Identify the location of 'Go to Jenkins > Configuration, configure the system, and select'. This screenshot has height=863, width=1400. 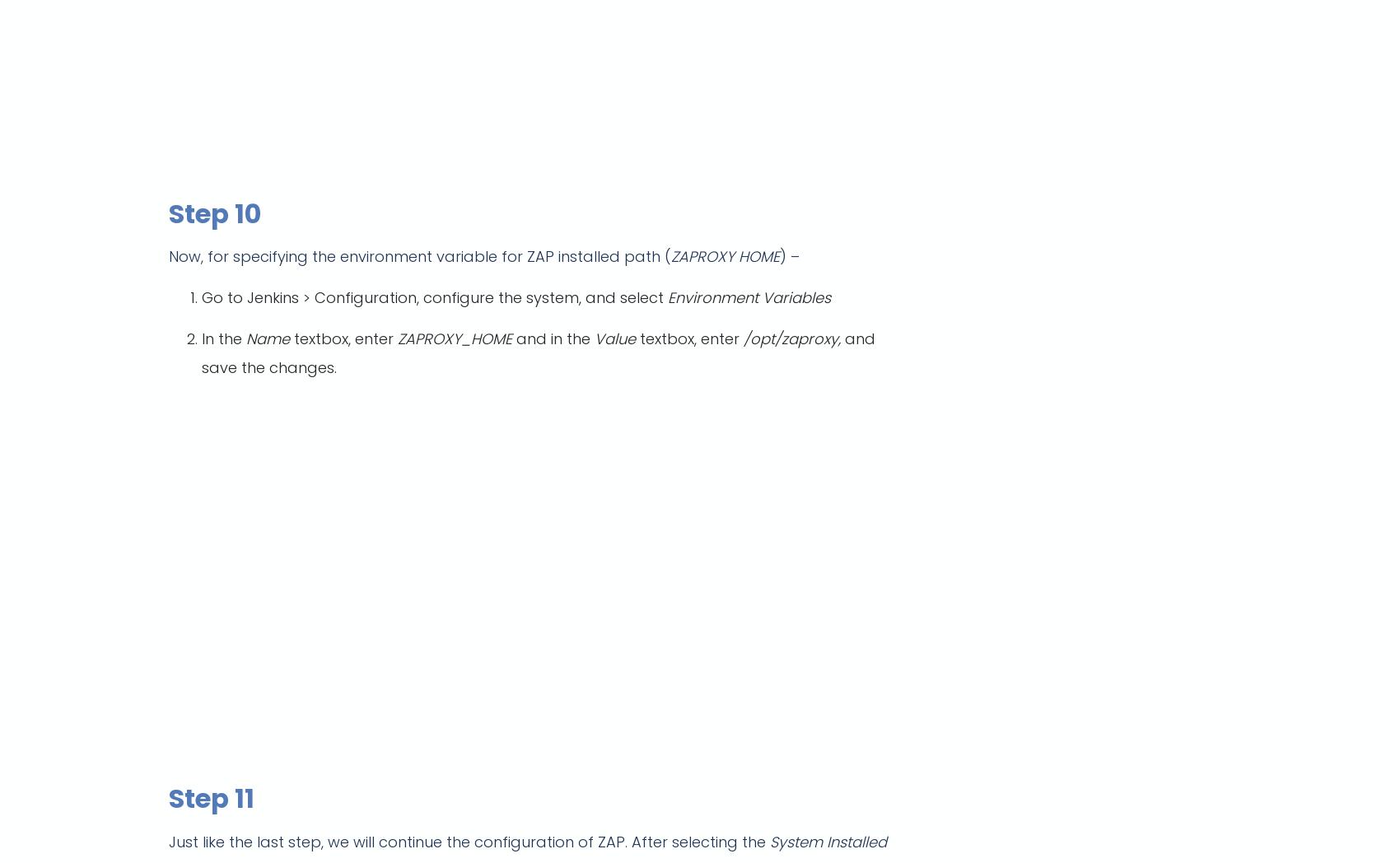
(435, 296).